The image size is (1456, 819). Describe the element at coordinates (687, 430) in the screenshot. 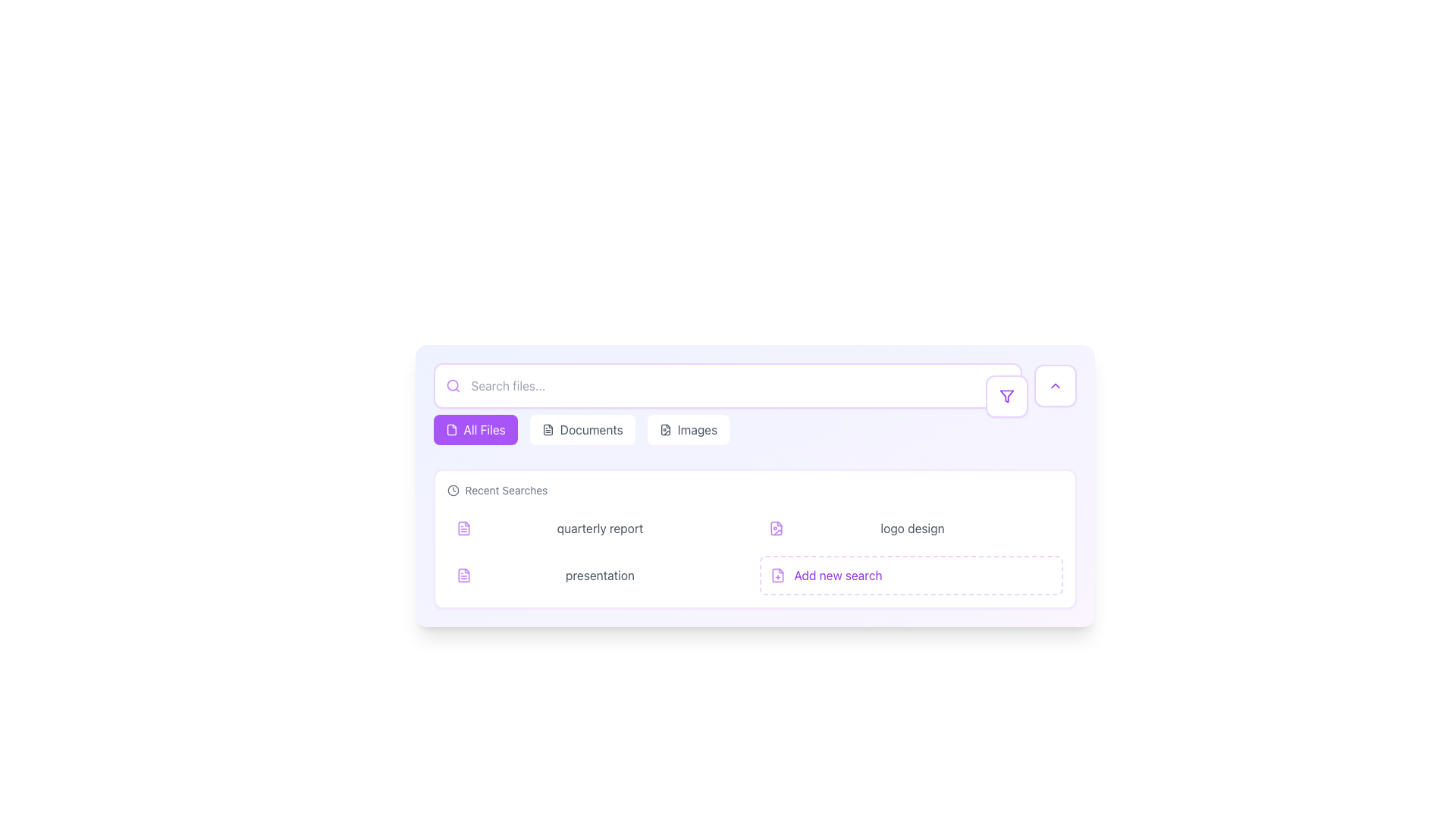

I see `the 'Images' button, which is a rounded rectangular button with a white background and gray text, located in the center-top bar, to filter images` at that location.